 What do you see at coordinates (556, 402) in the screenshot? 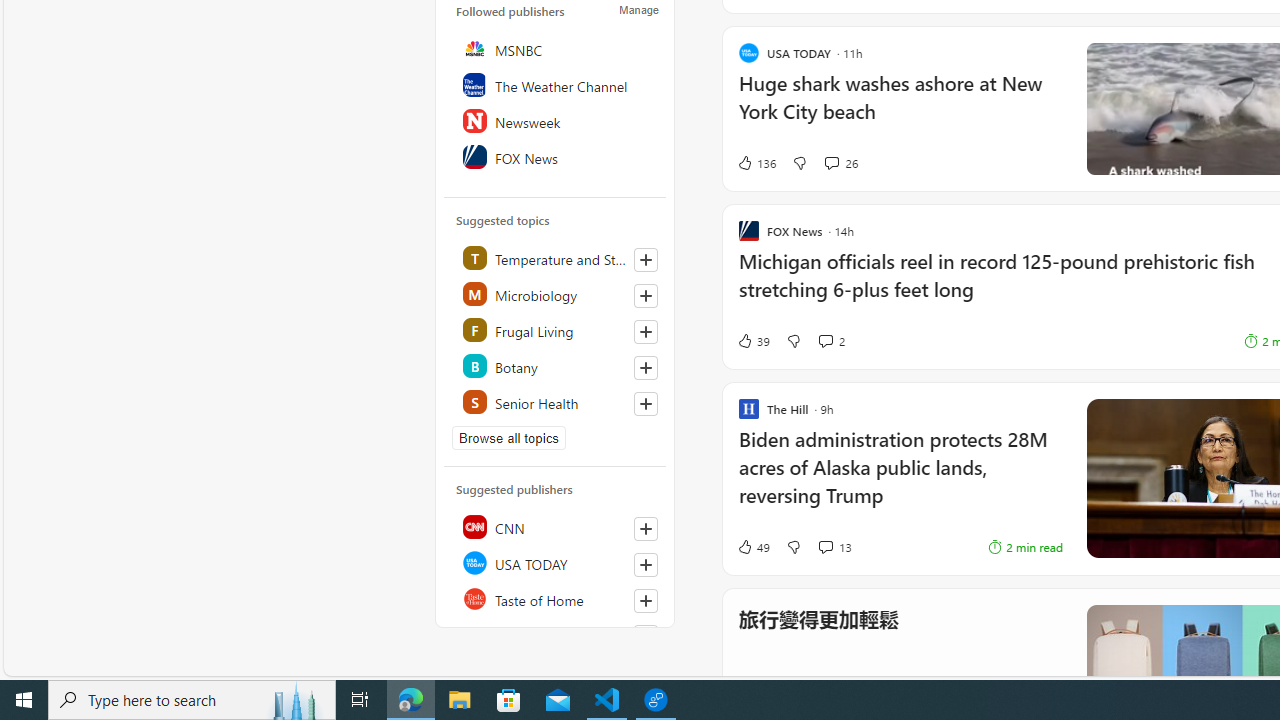
I see `'Class: highlight'` at bounding box center [556, 402].